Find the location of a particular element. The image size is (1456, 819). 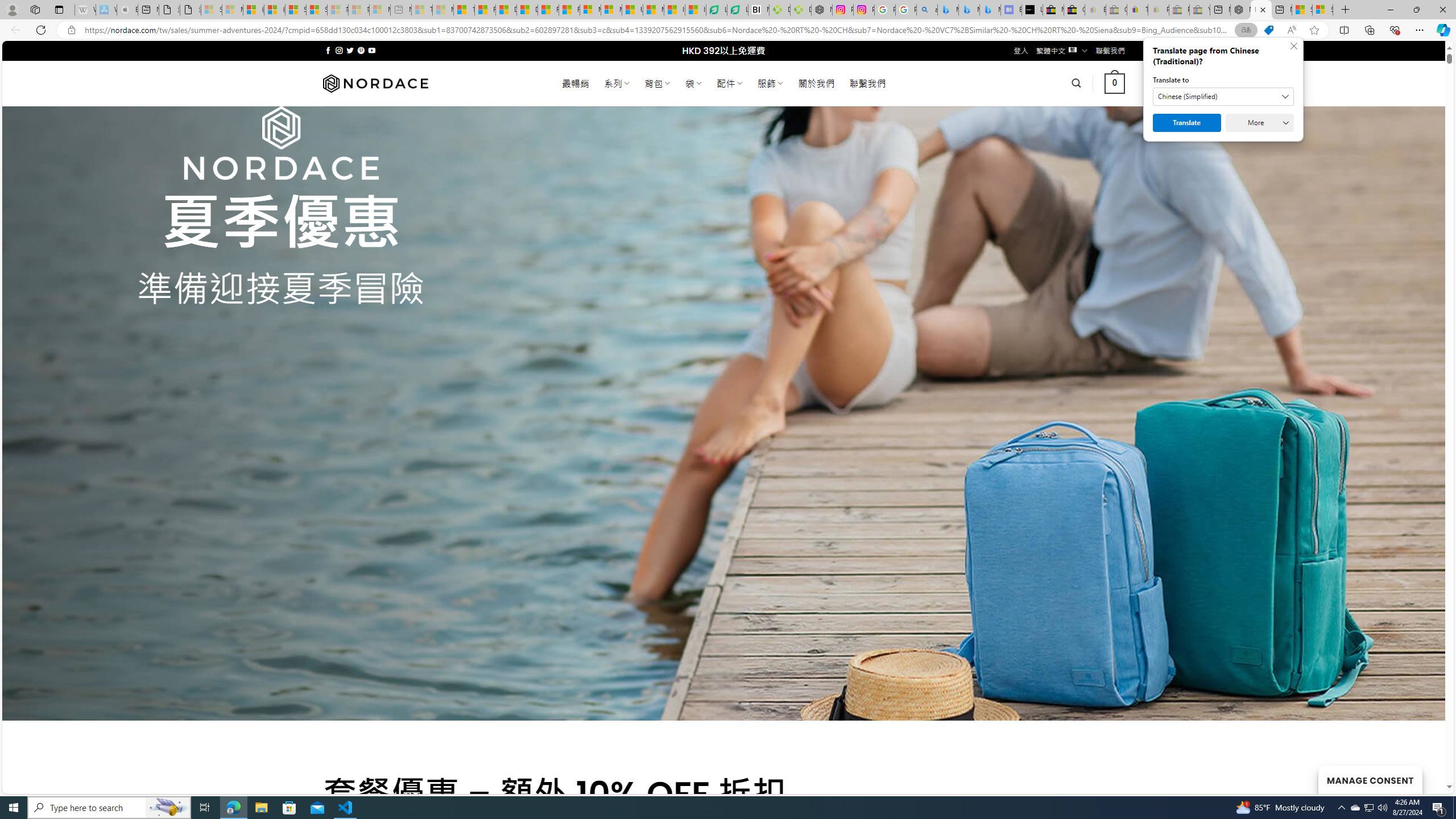

'Microsoft Bing Travel - Flights from Hong Kong to Bangkok' is located at coordinates (948, 9).